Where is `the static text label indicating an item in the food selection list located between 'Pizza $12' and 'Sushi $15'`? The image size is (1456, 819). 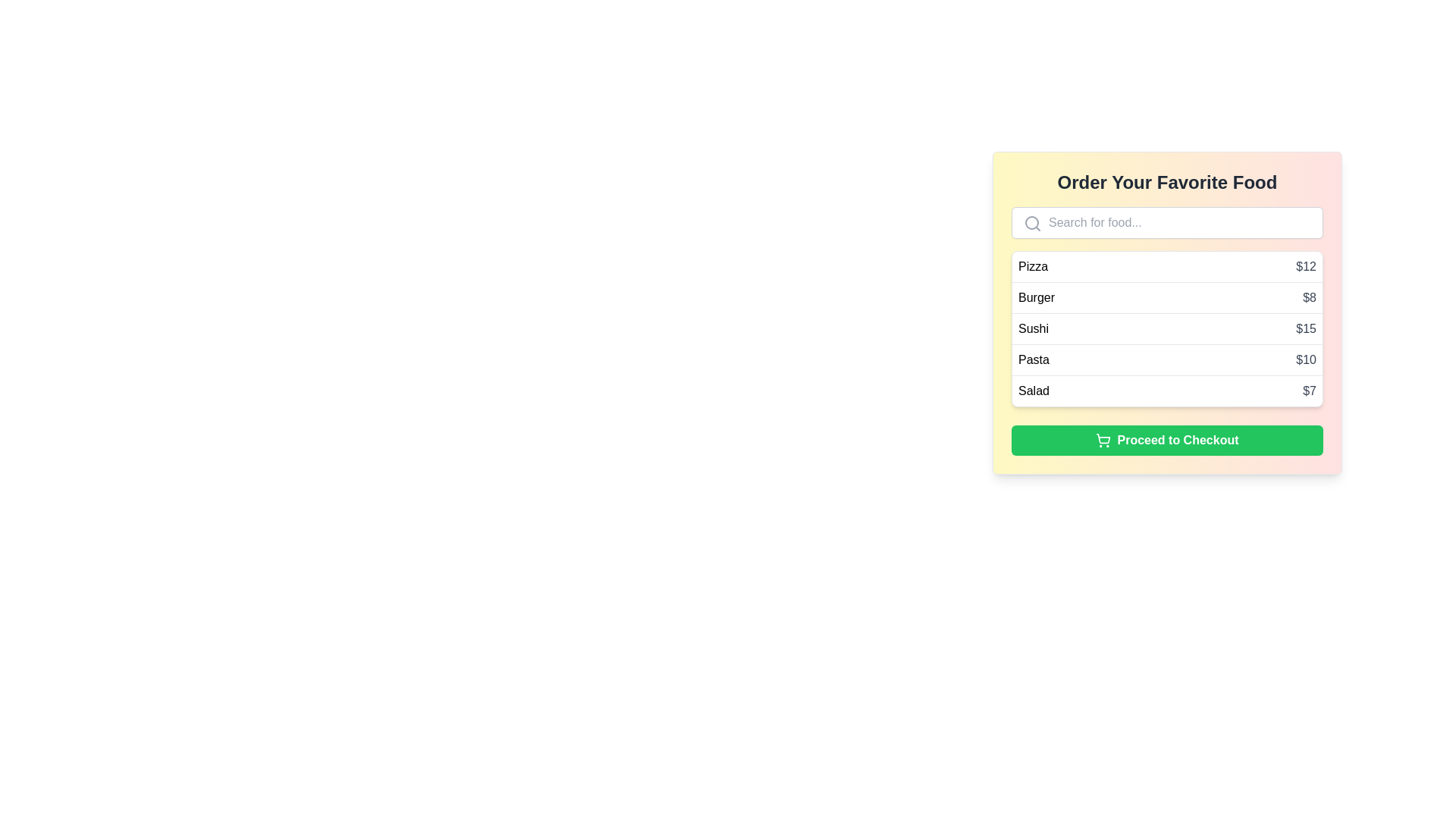 the static text label indicating an item in the food selection list located between 'Pizza $12' and 'Sushi $15' is located at coordinates (1036, 298).